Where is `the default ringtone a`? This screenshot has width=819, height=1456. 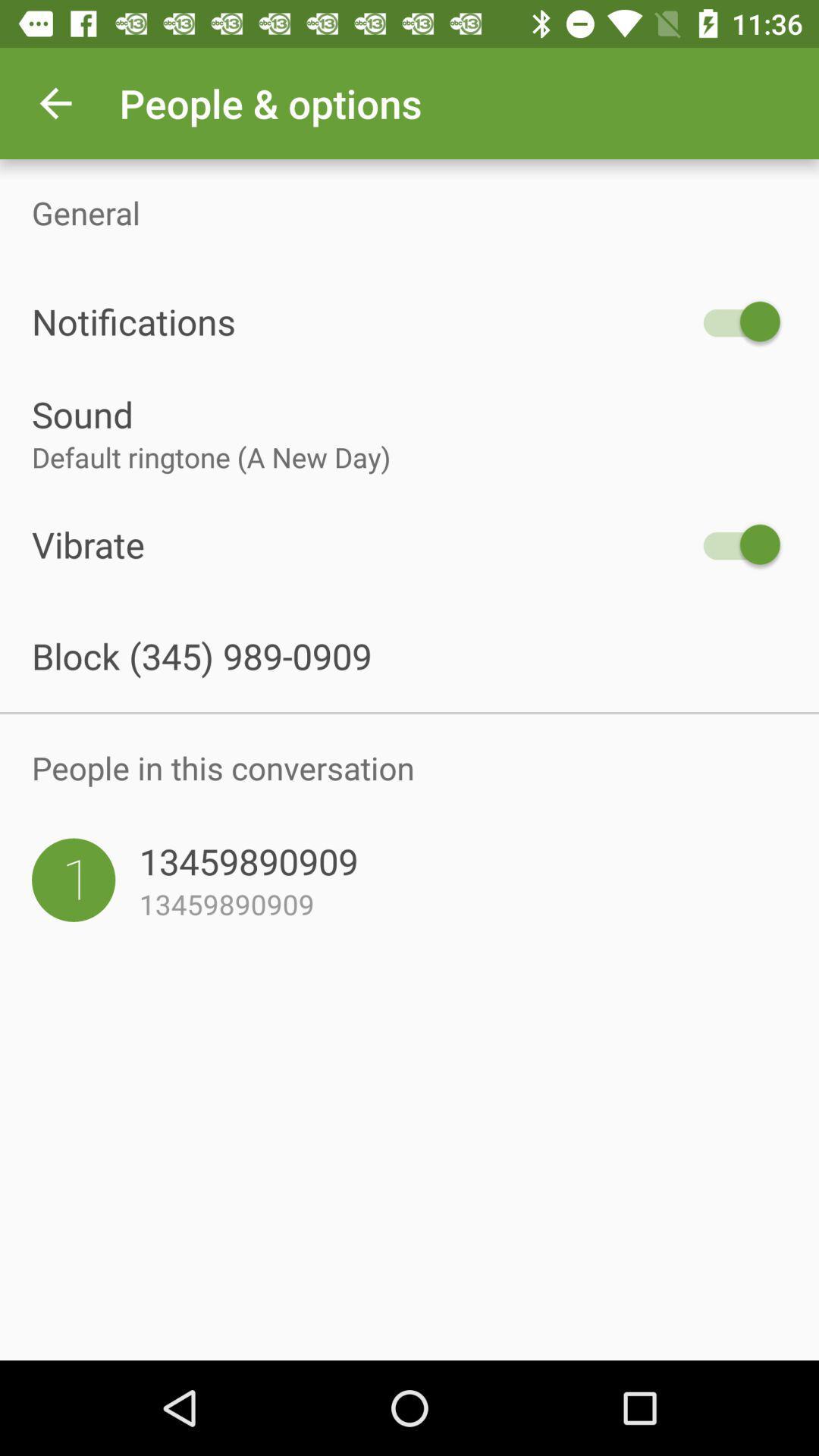 the default ringtone a is located at coordinates (409, 457).